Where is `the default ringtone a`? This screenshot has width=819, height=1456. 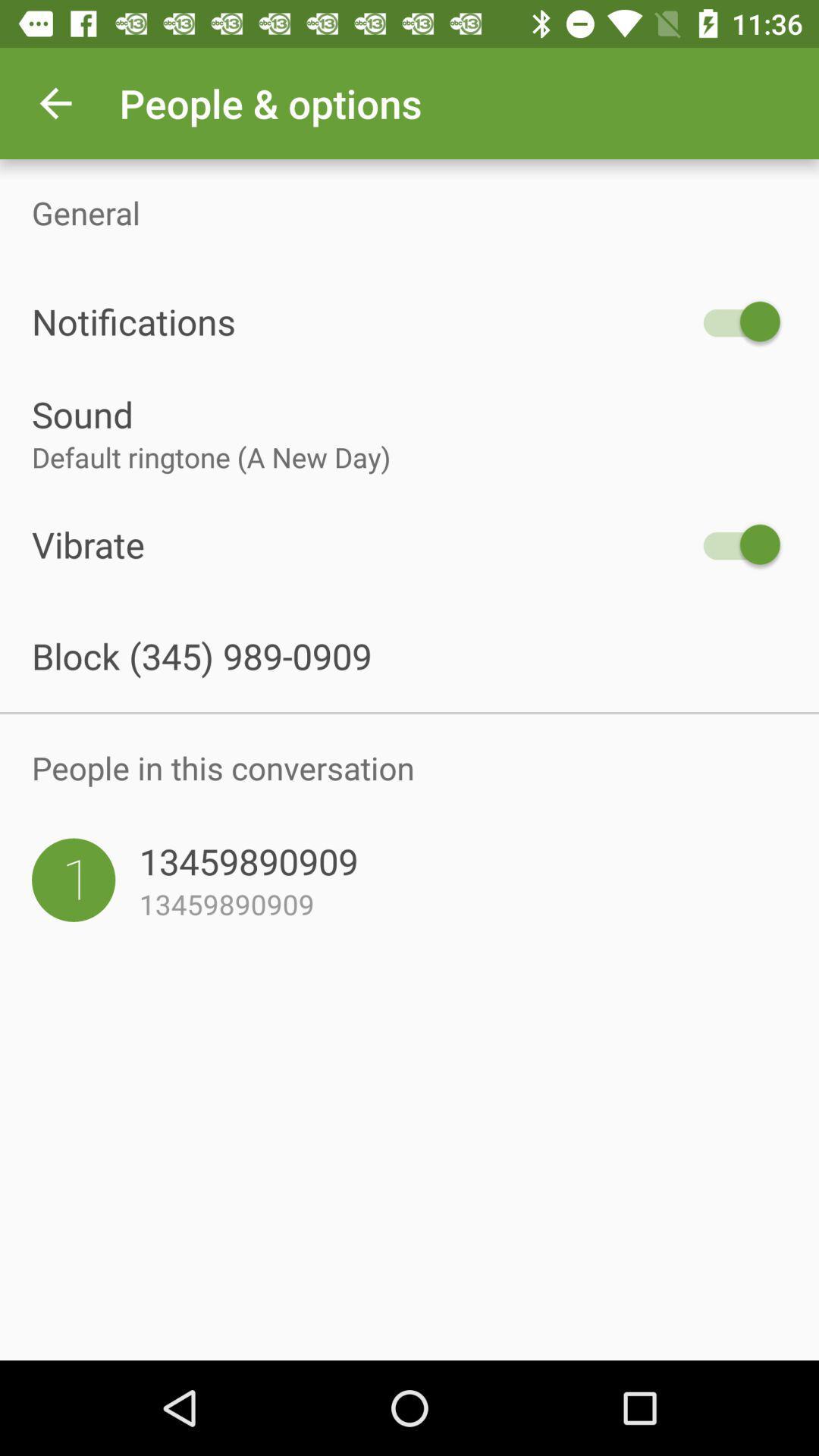 the default ringtone a is located at coordinates (409, 457).